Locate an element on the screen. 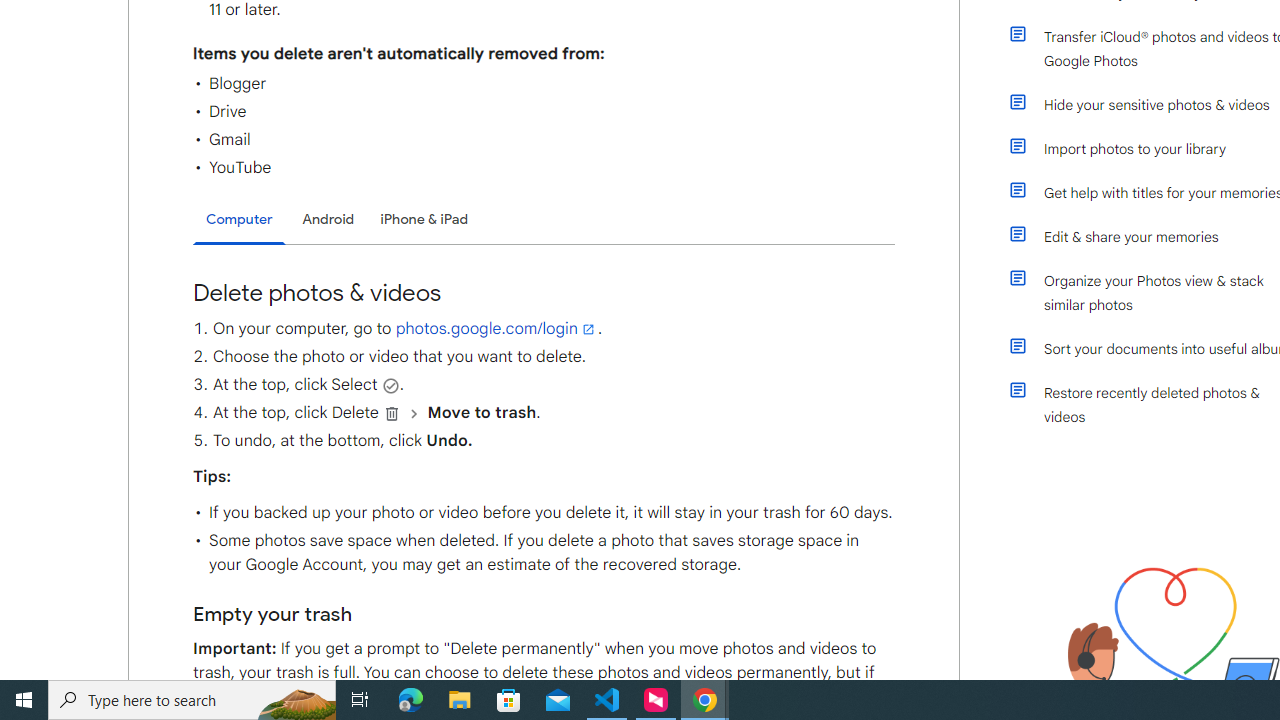  'iPhone & iPad' is located at coordinates (423, 219).